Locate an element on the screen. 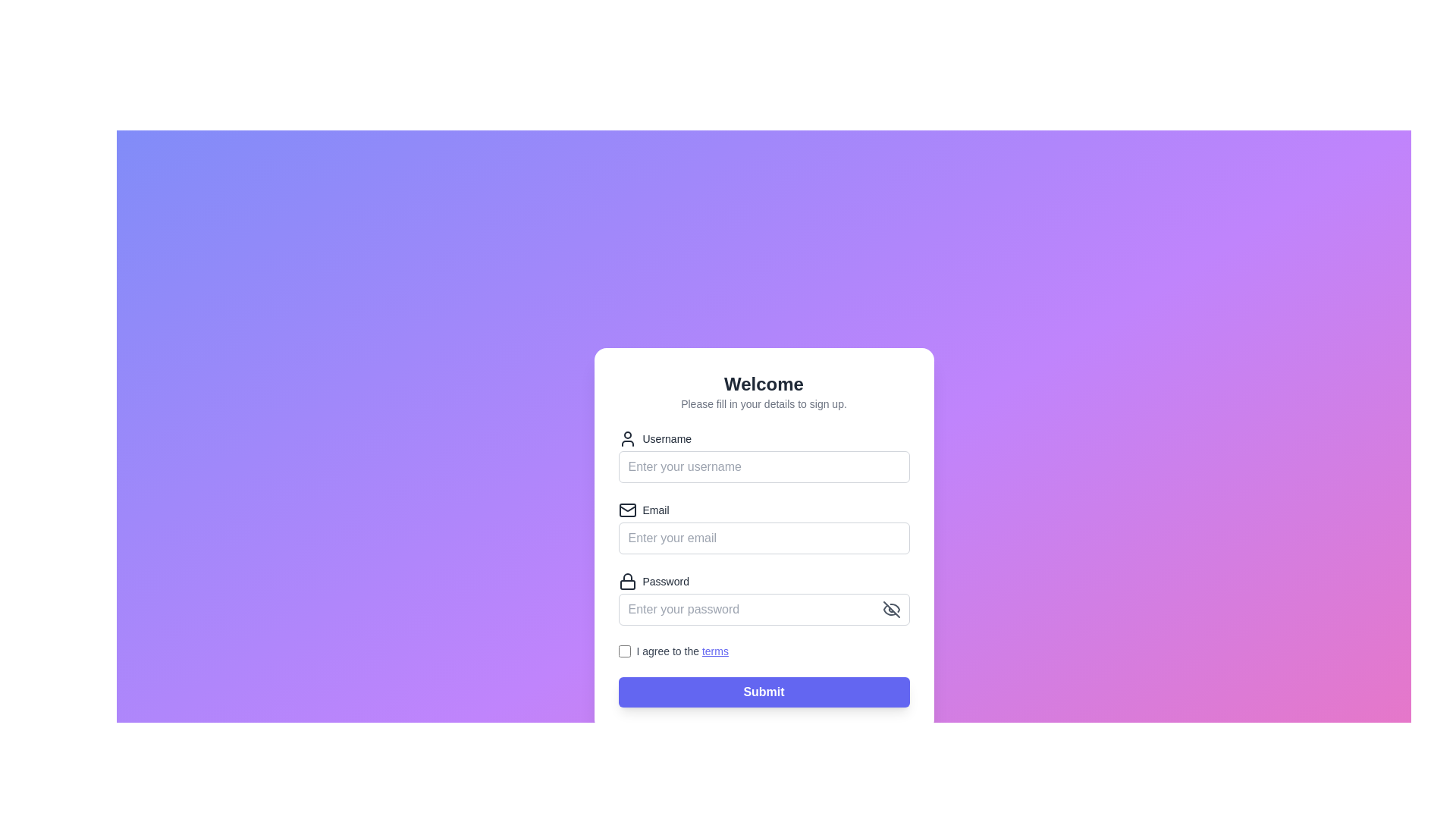 This screenshot has height=819, width=1456. the hyperlink at the bottom of the form interface that directs to the terms and conditions is located at coordinates (714, 651).